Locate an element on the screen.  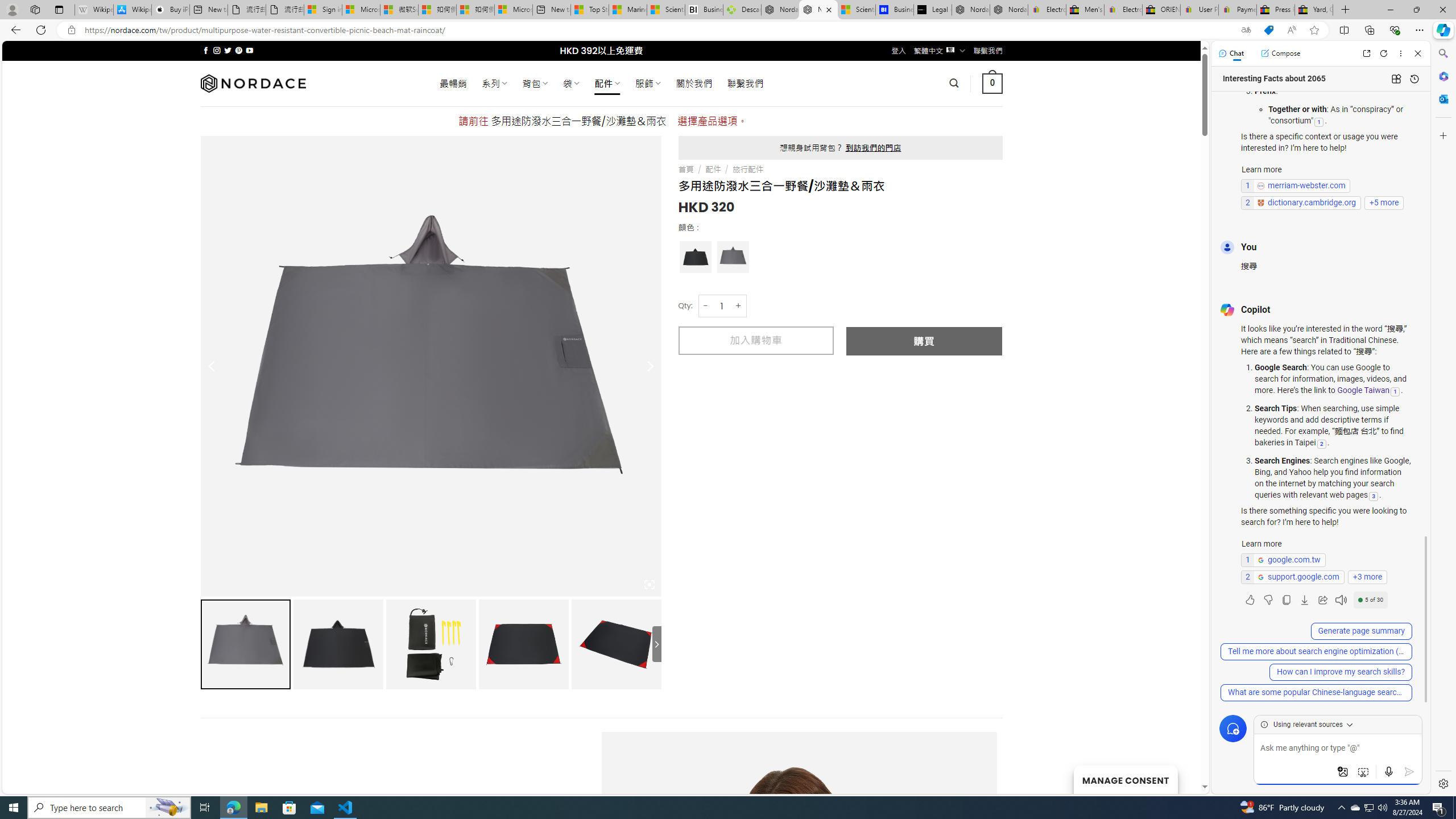
' 0 ' is located at coordinates (992, 82).